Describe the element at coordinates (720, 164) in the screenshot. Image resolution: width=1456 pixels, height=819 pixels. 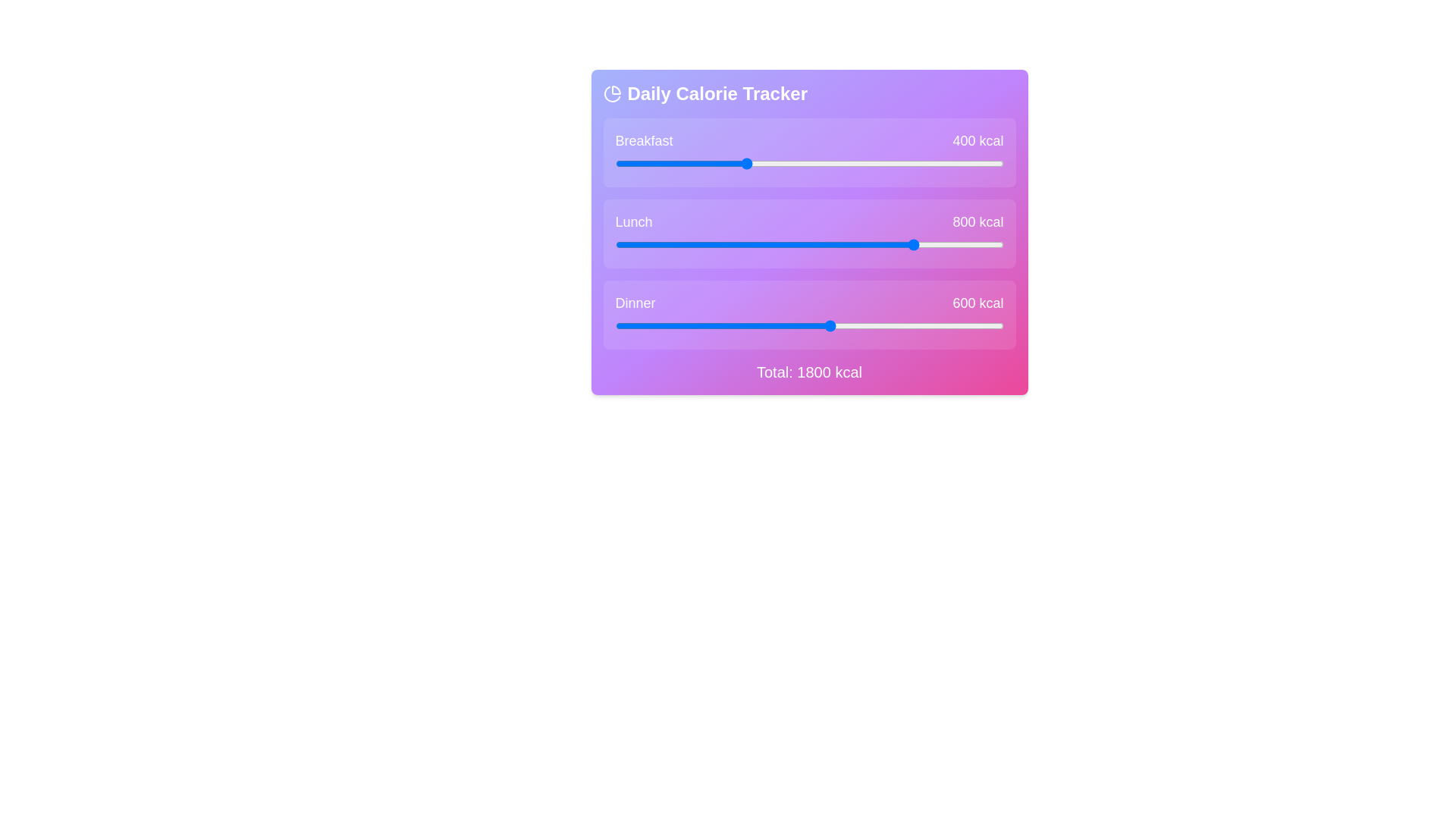
I see `the breakfast calorie value` at that location.